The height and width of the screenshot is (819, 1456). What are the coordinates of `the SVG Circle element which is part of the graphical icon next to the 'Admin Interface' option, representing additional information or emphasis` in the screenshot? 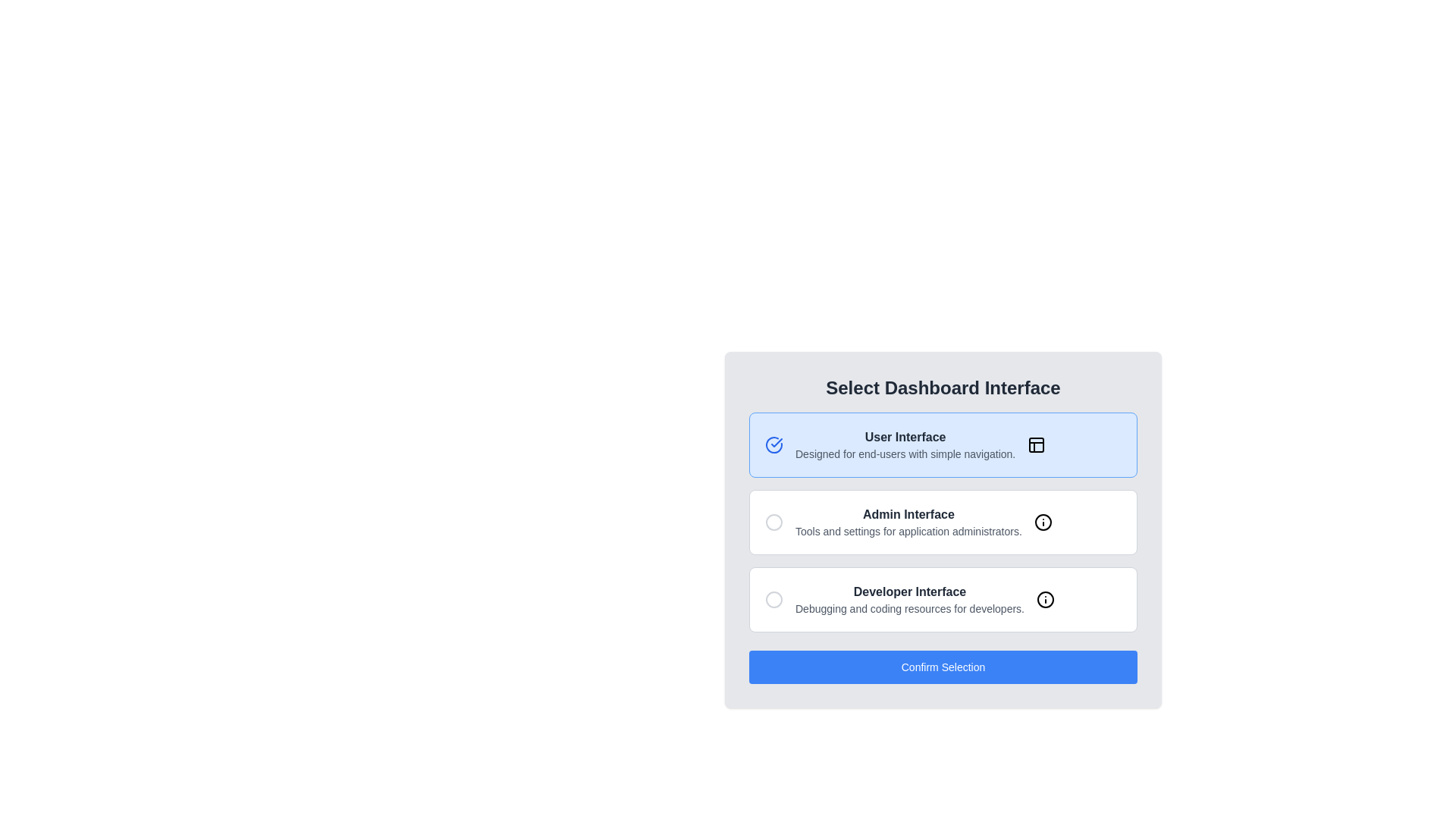 It's located at (1042, 522).